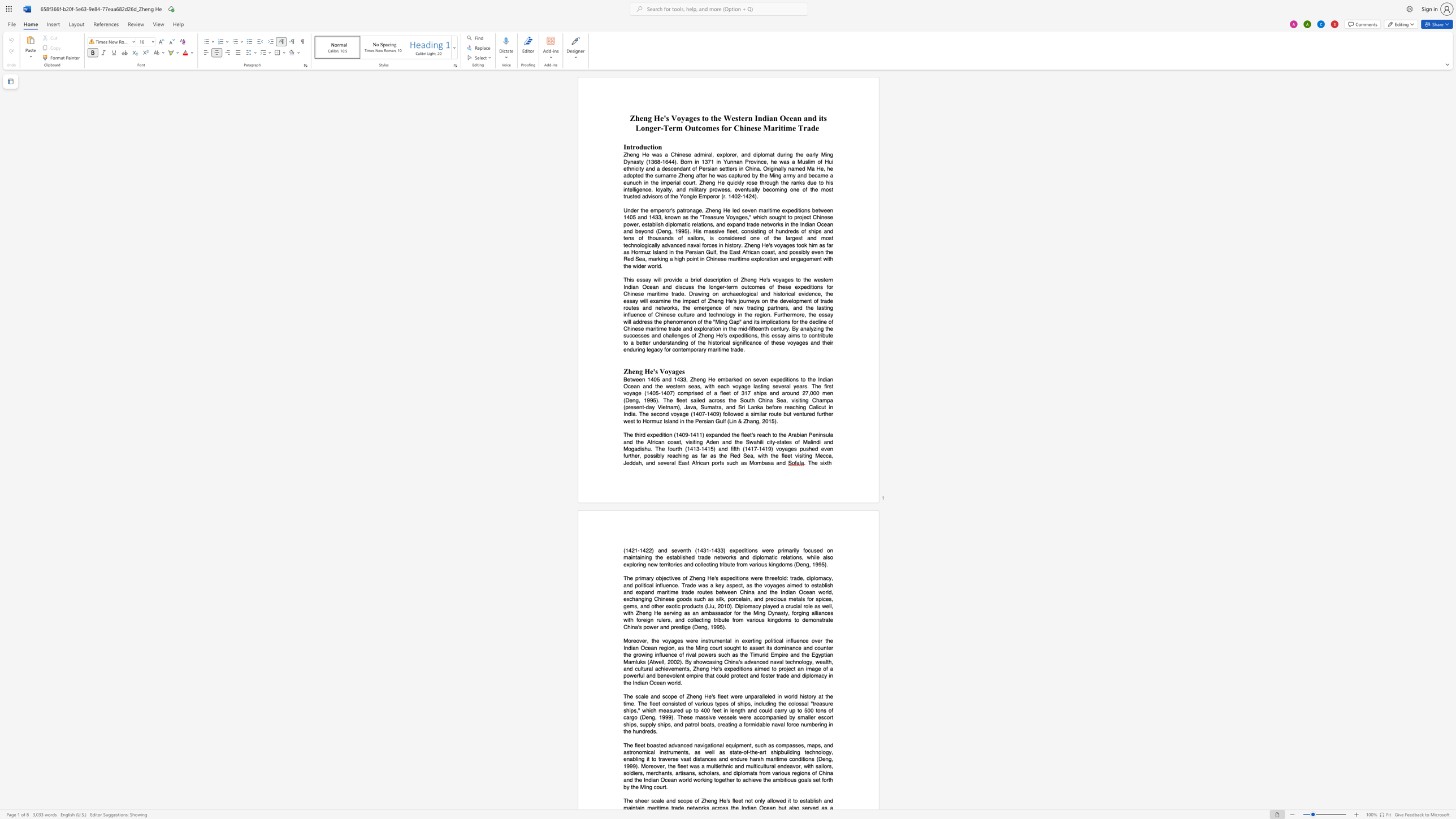 The image size is (1456, 819). I want to click on the subset text "re and the Egyptian Mamluks (Atwell, 2" within the text "Moreover, the voyages were instrumental in exerting political influence over the Indian Ocean region, as the Ming court sought to assert its dominance and counter the growing influence of rival powers such as the Timurid Empire and the Egyptian Mamluks (Atwell, 2002). By", so click(782, 655).